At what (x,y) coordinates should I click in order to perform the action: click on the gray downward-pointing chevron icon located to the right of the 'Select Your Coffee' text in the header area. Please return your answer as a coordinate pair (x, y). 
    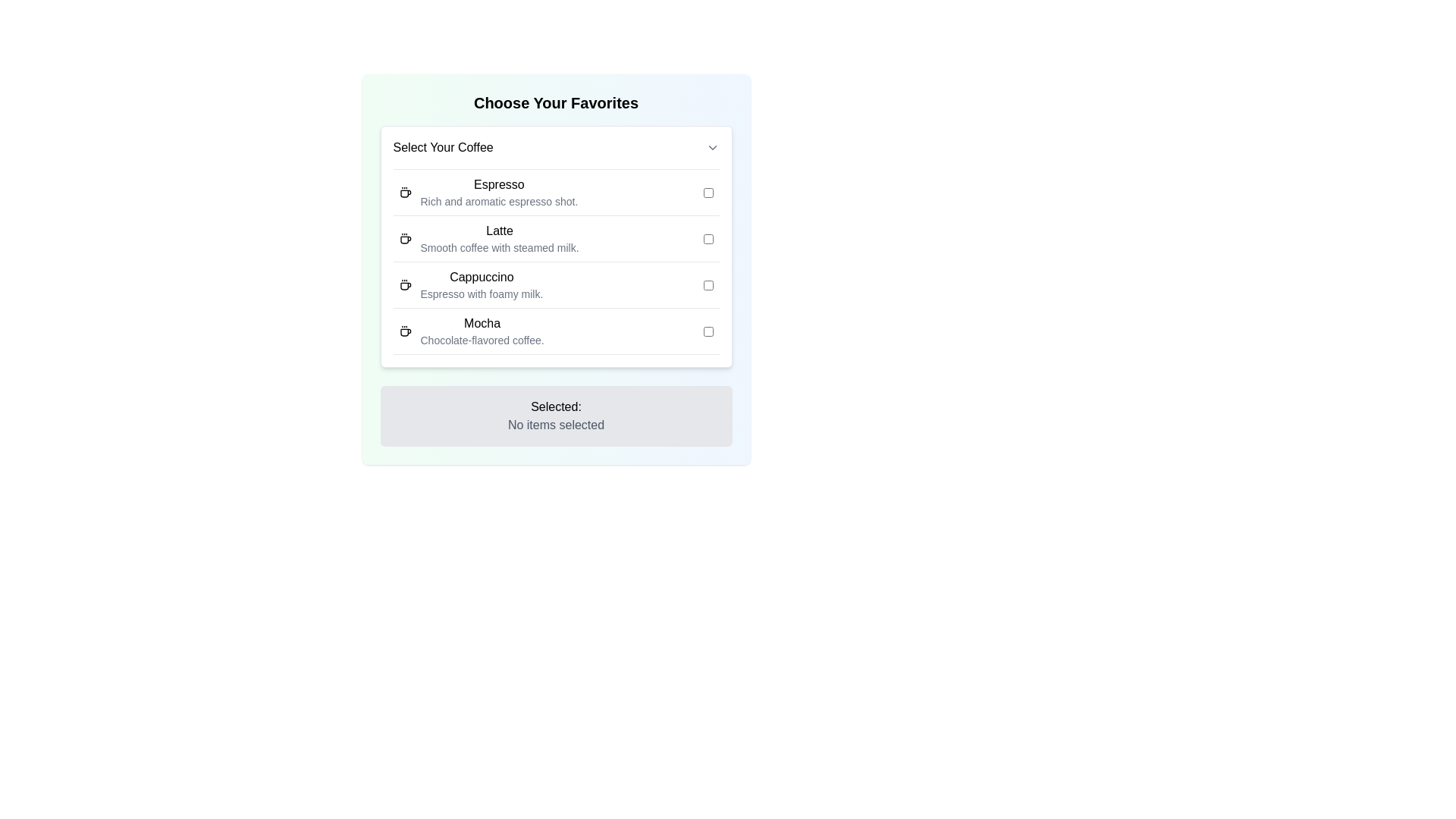
    Looking at the image, I should click on (711, 148).